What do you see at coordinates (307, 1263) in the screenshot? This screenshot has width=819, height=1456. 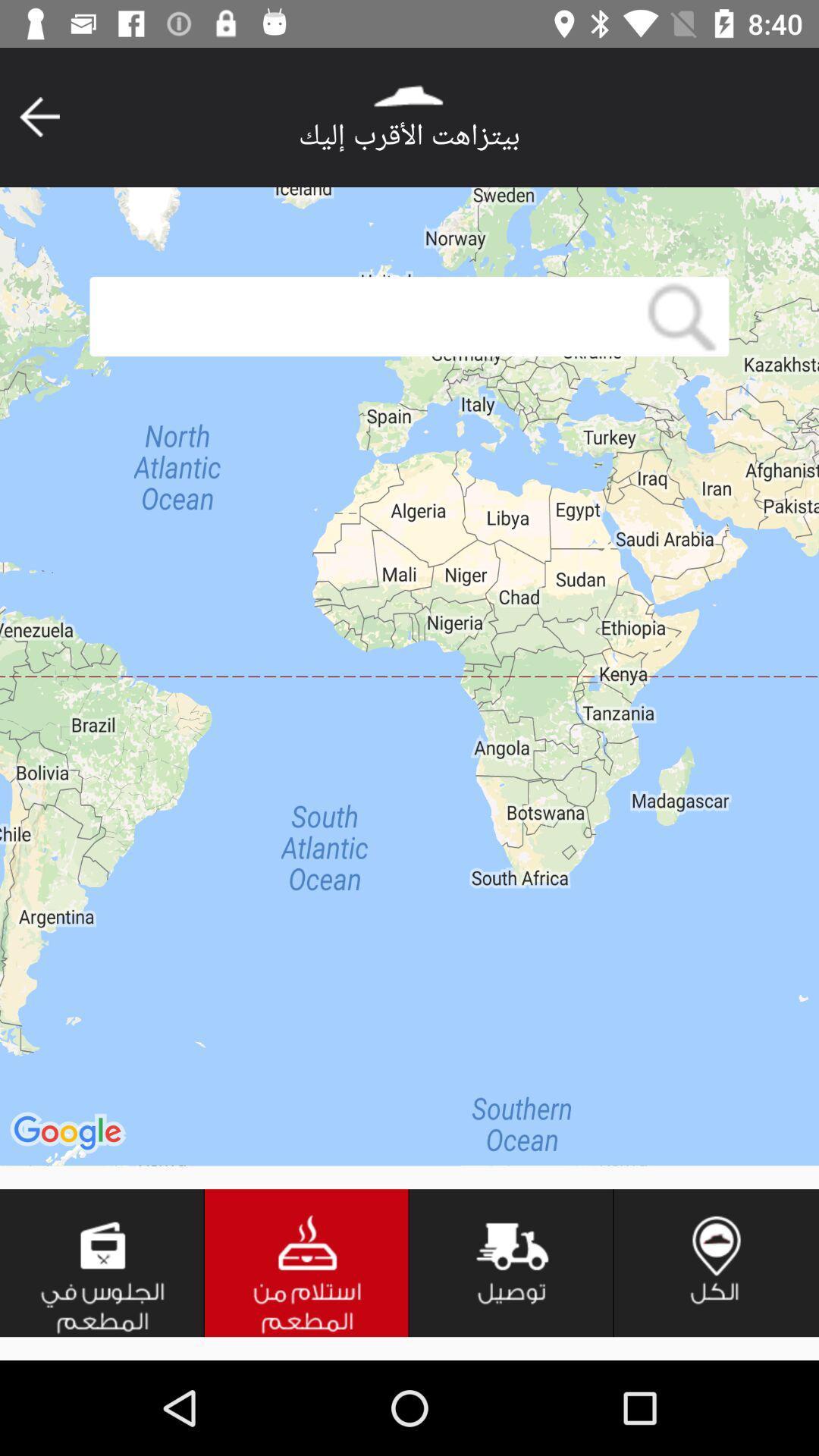 I see `choose pizza options` at bounding box center [307, 1263].